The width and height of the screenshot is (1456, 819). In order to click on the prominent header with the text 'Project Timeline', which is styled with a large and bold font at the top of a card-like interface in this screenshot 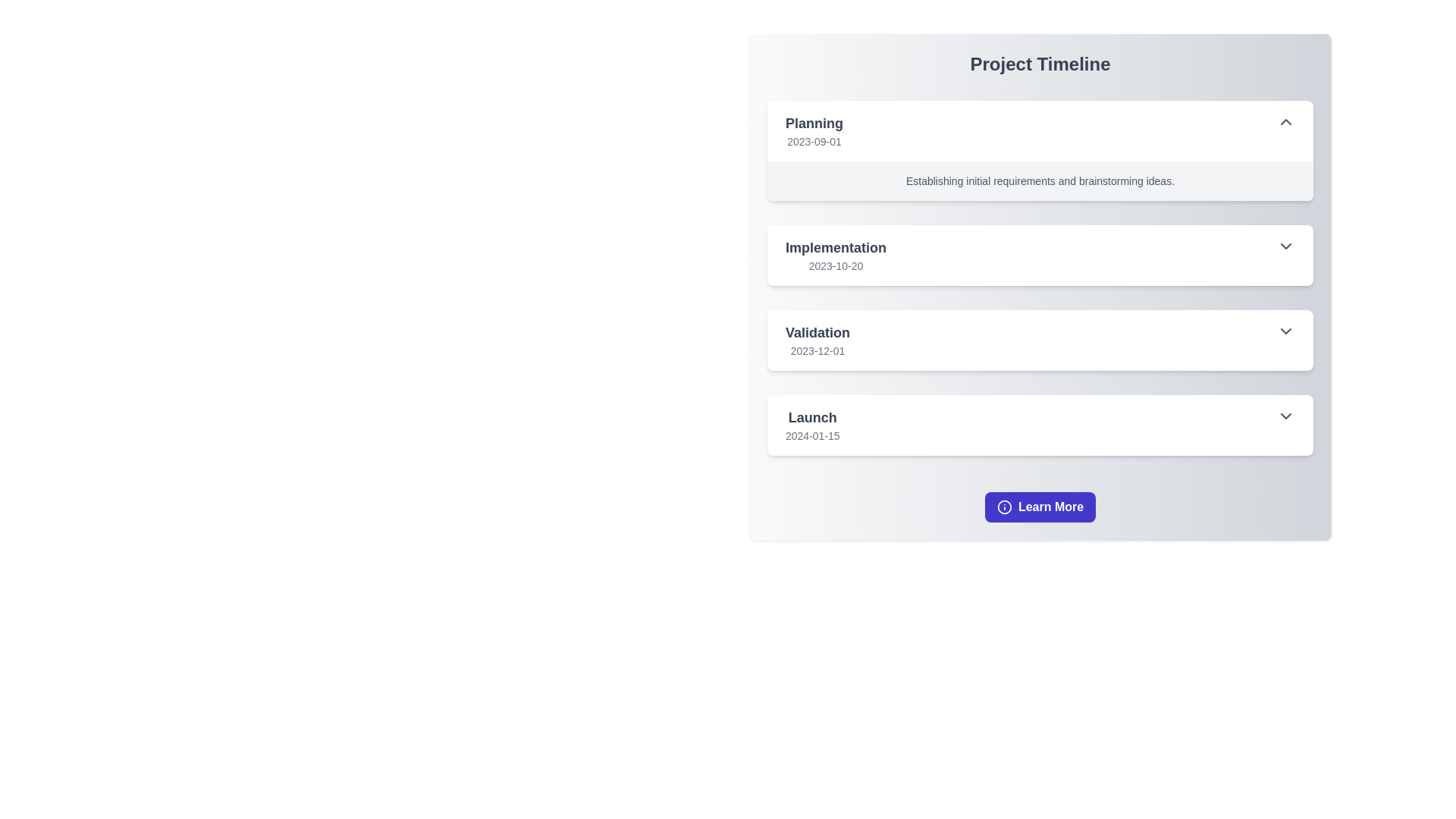, I will do `click(1040, 63)`.